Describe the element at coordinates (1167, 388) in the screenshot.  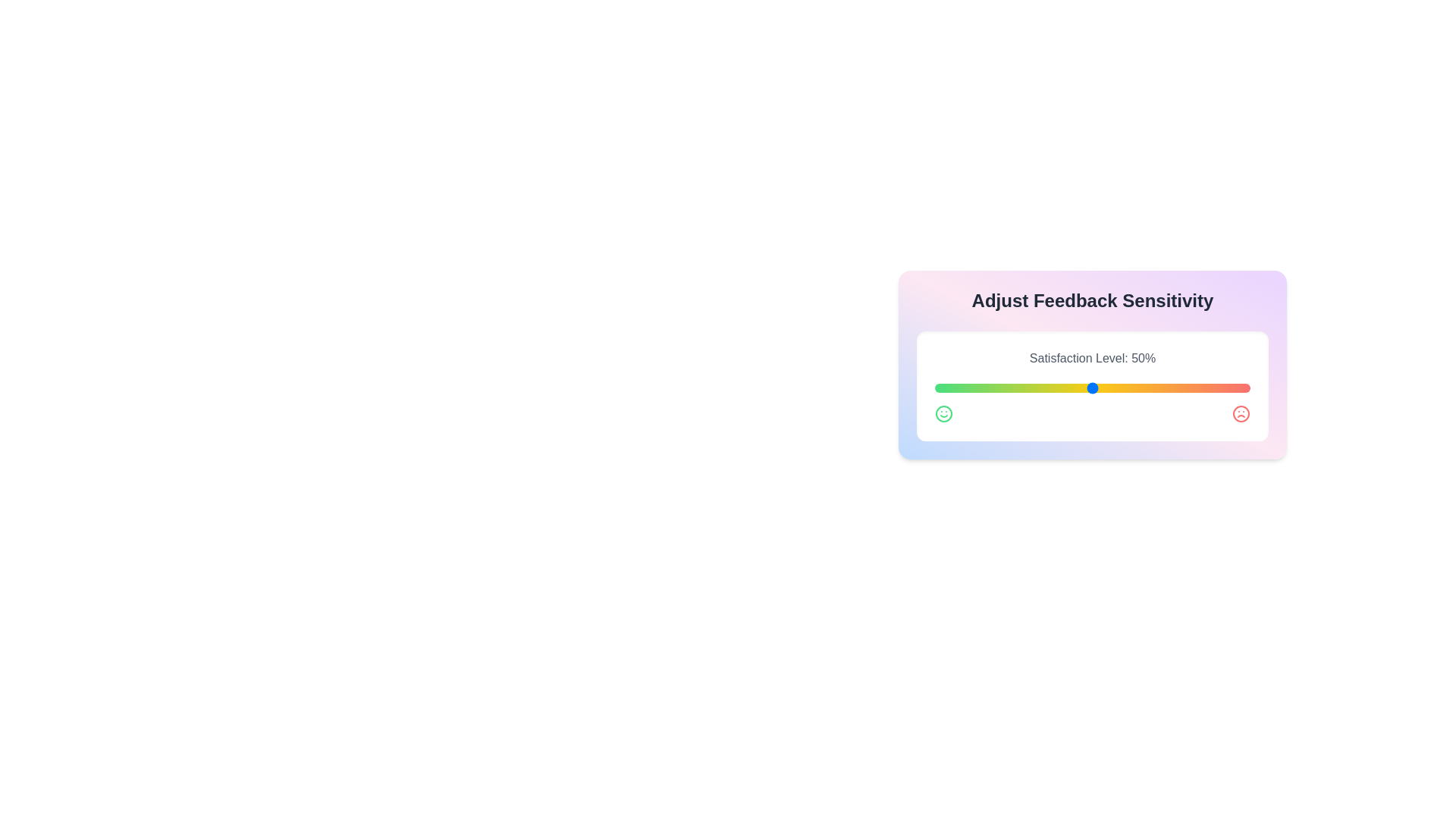
I see `the satisfaction level slider to 74%` at that location.